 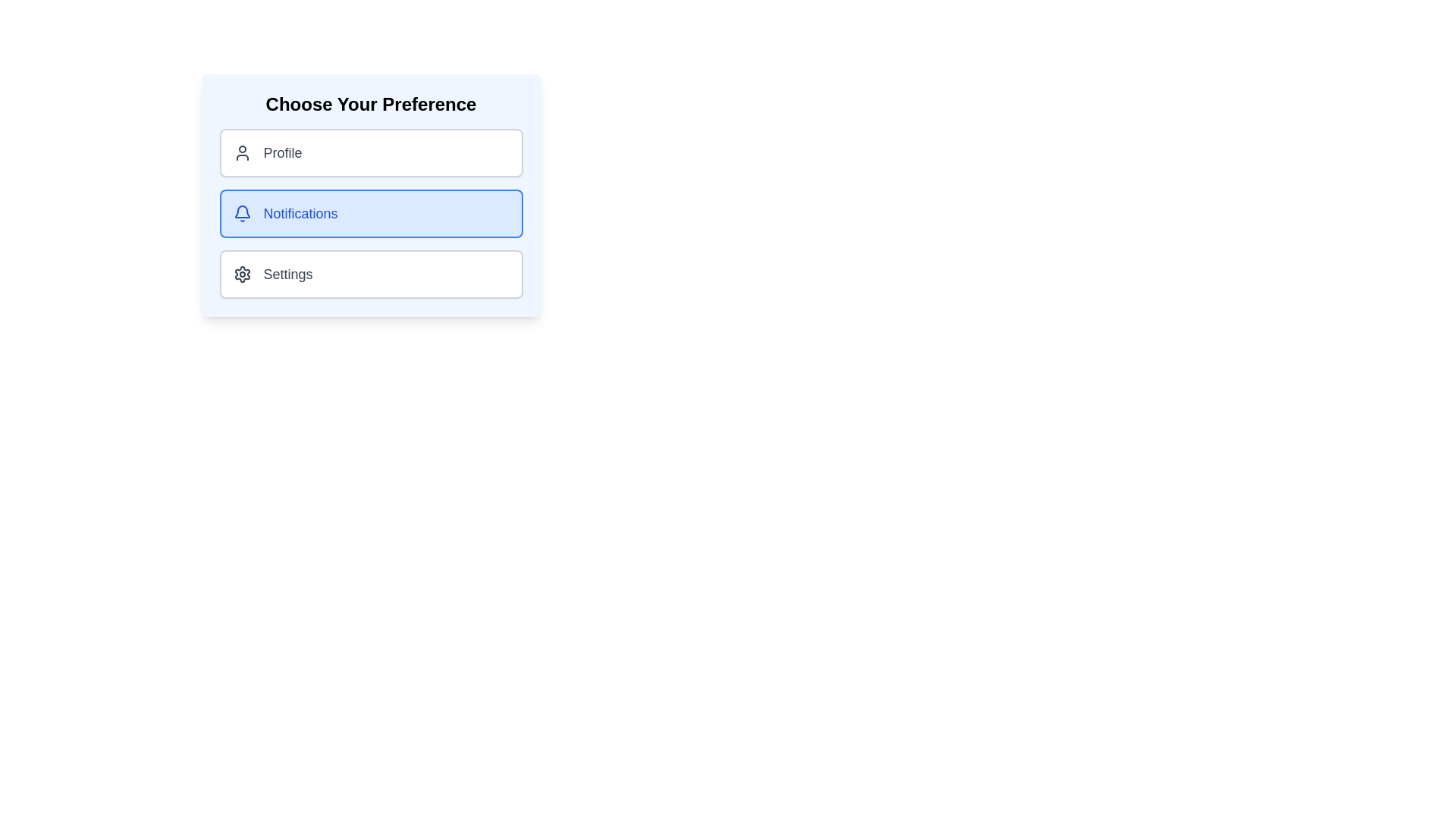 What do you see at coordinates (241, 275) in the screenshot?
I see `the Decorative Icon, which is a black gear icon with a minimalist design located to the left of the 'Settings' text` at bounding box center [241, 275].